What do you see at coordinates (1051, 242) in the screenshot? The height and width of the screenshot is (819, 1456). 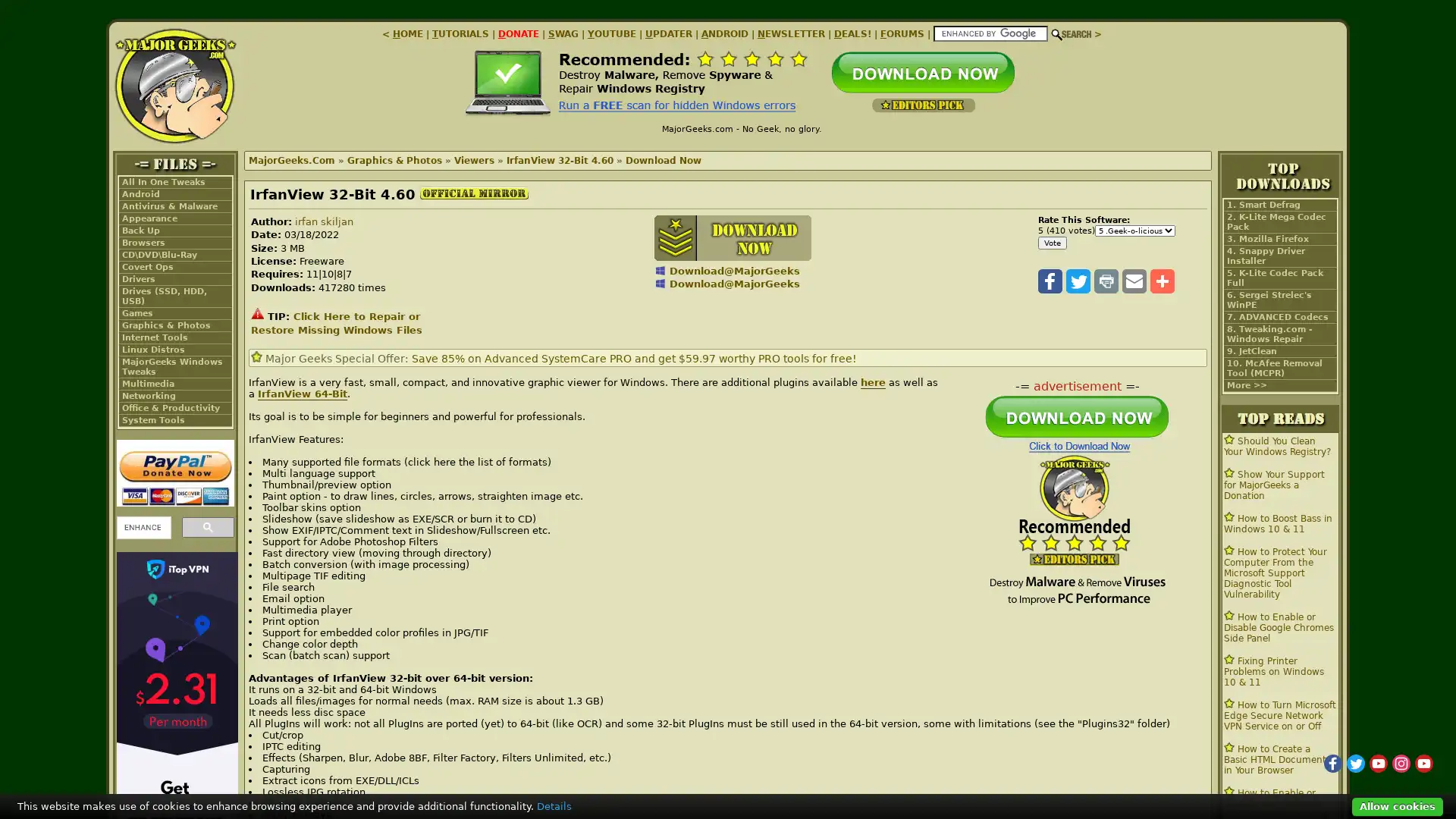 I see `Vote` at bounding box center [1051, 242].